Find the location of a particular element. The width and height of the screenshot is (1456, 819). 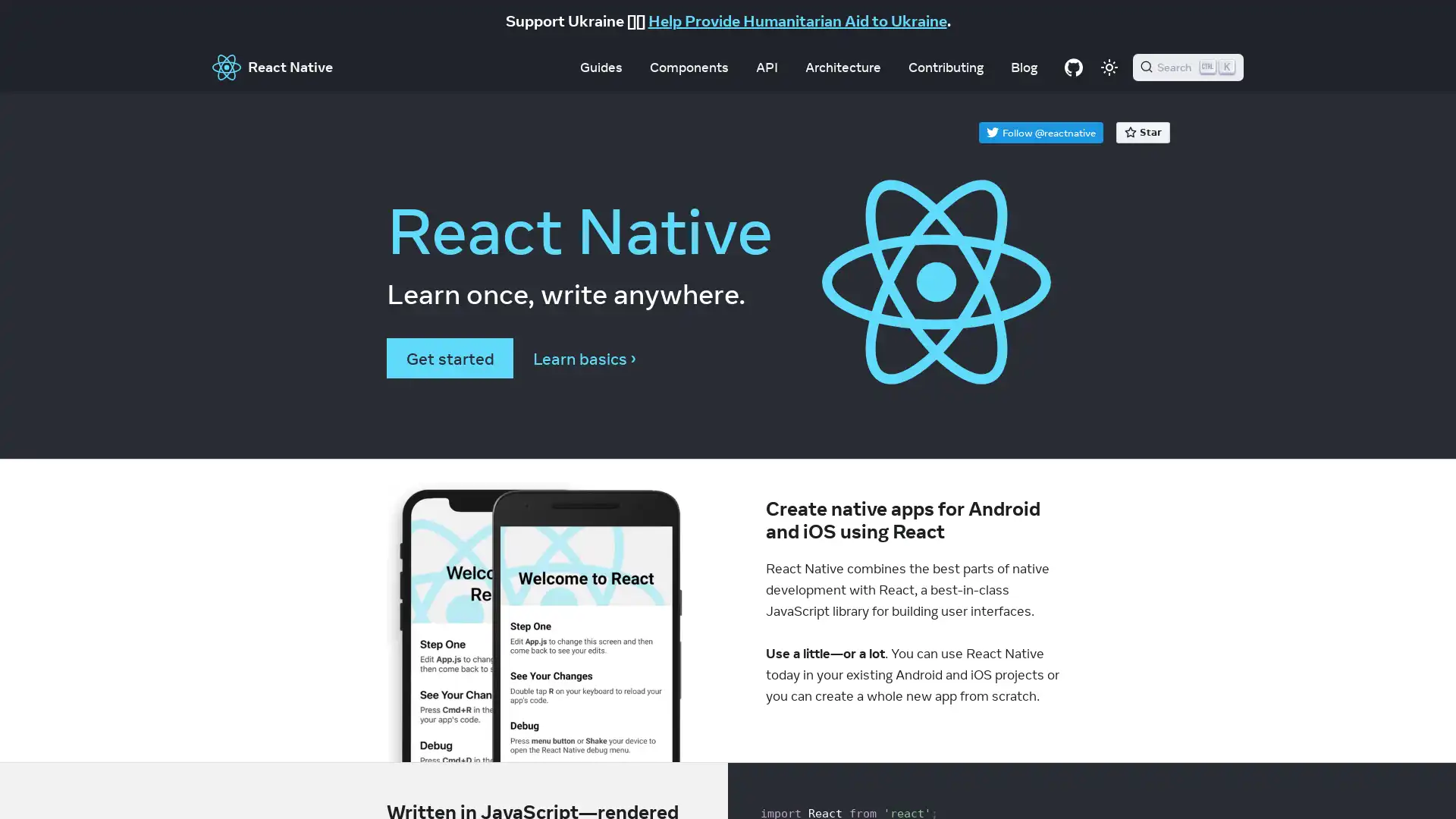

Copy code to clipboard is located at coordinates (1048, 782).